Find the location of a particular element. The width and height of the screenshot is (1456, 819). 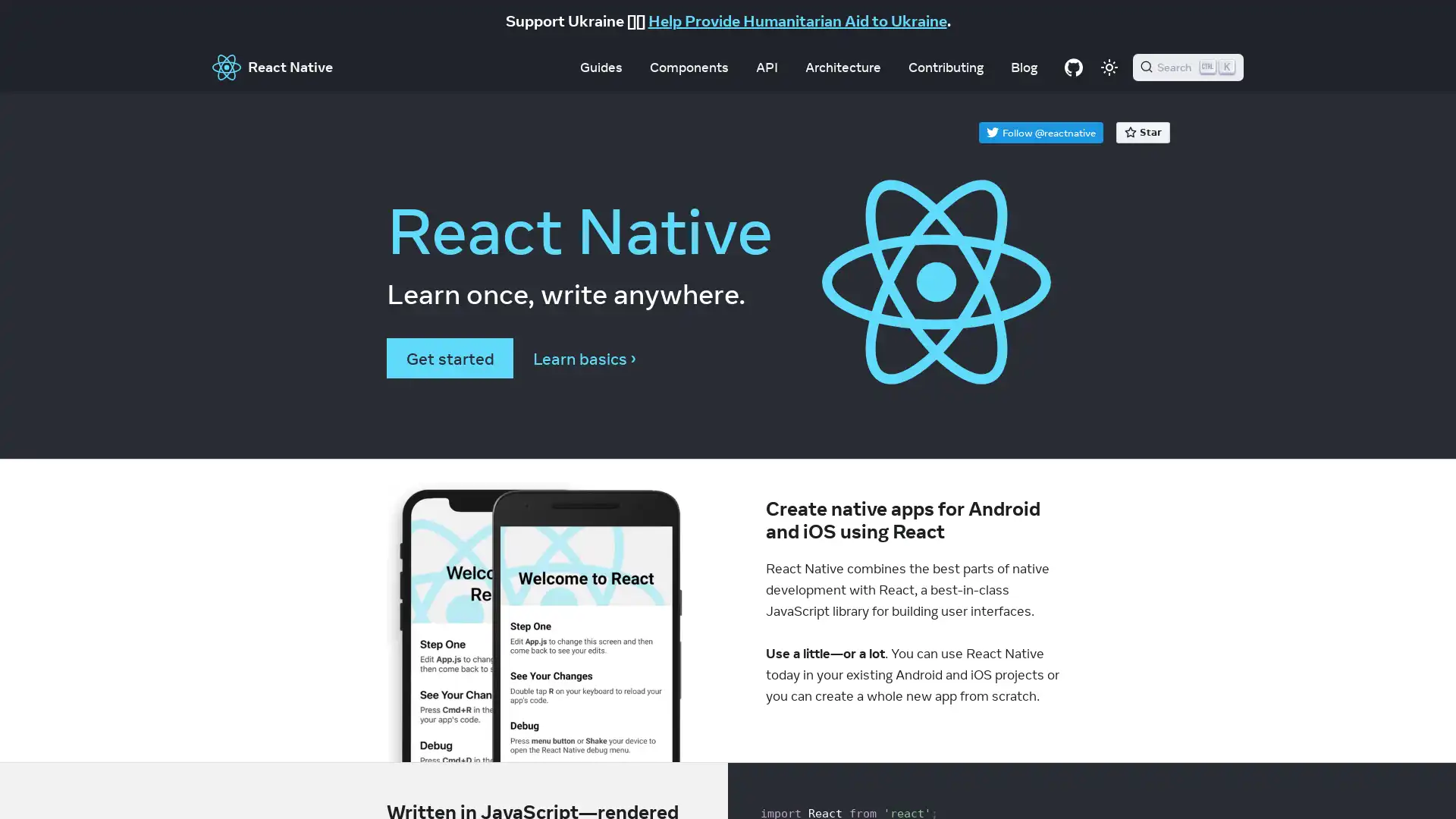

Copy code to clipboard is located at coordinates (1048, 782).